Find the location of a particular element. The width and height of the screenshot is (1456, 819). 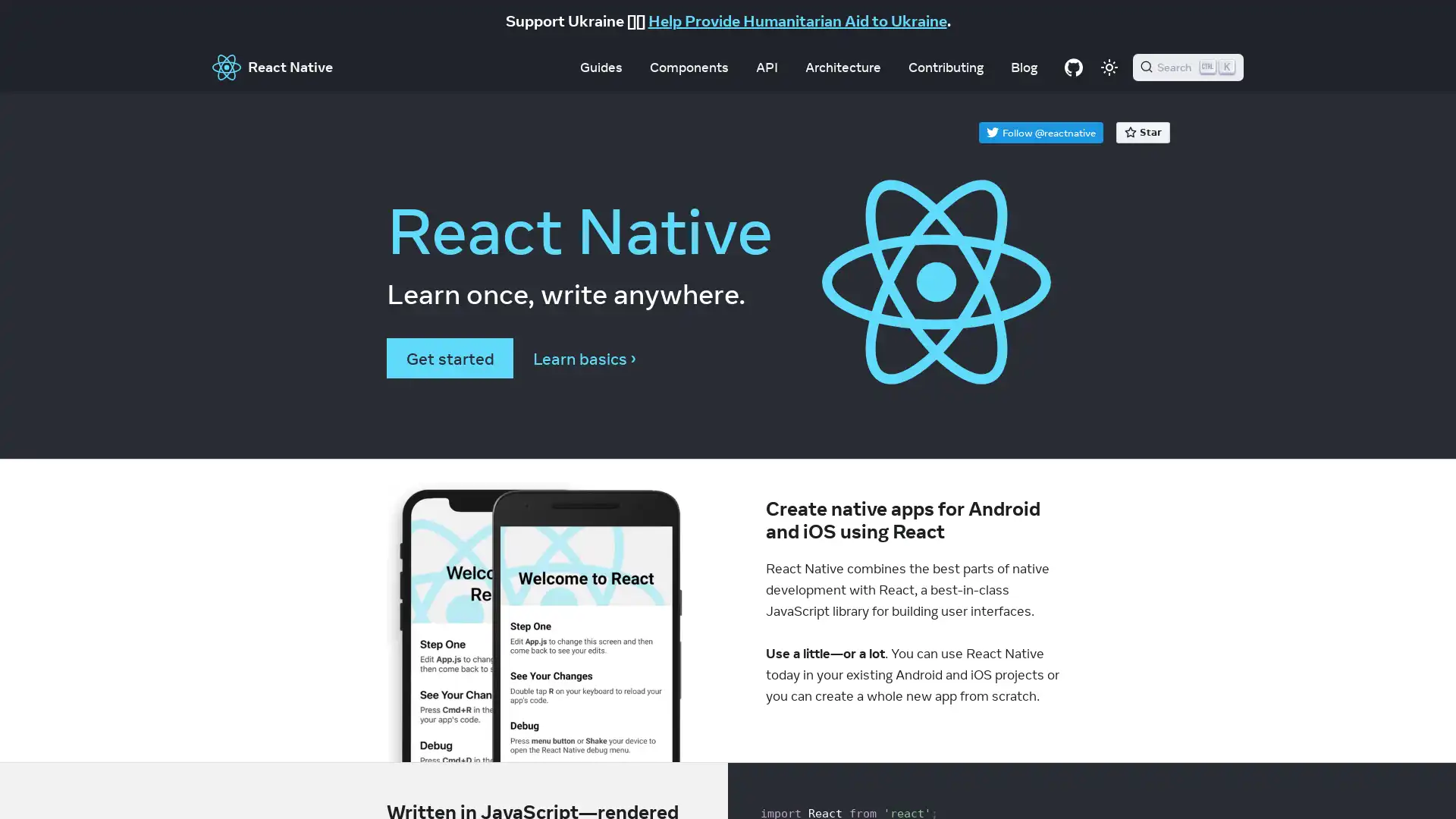

Copy code to clipboard is located at coordinates (1048, 782).